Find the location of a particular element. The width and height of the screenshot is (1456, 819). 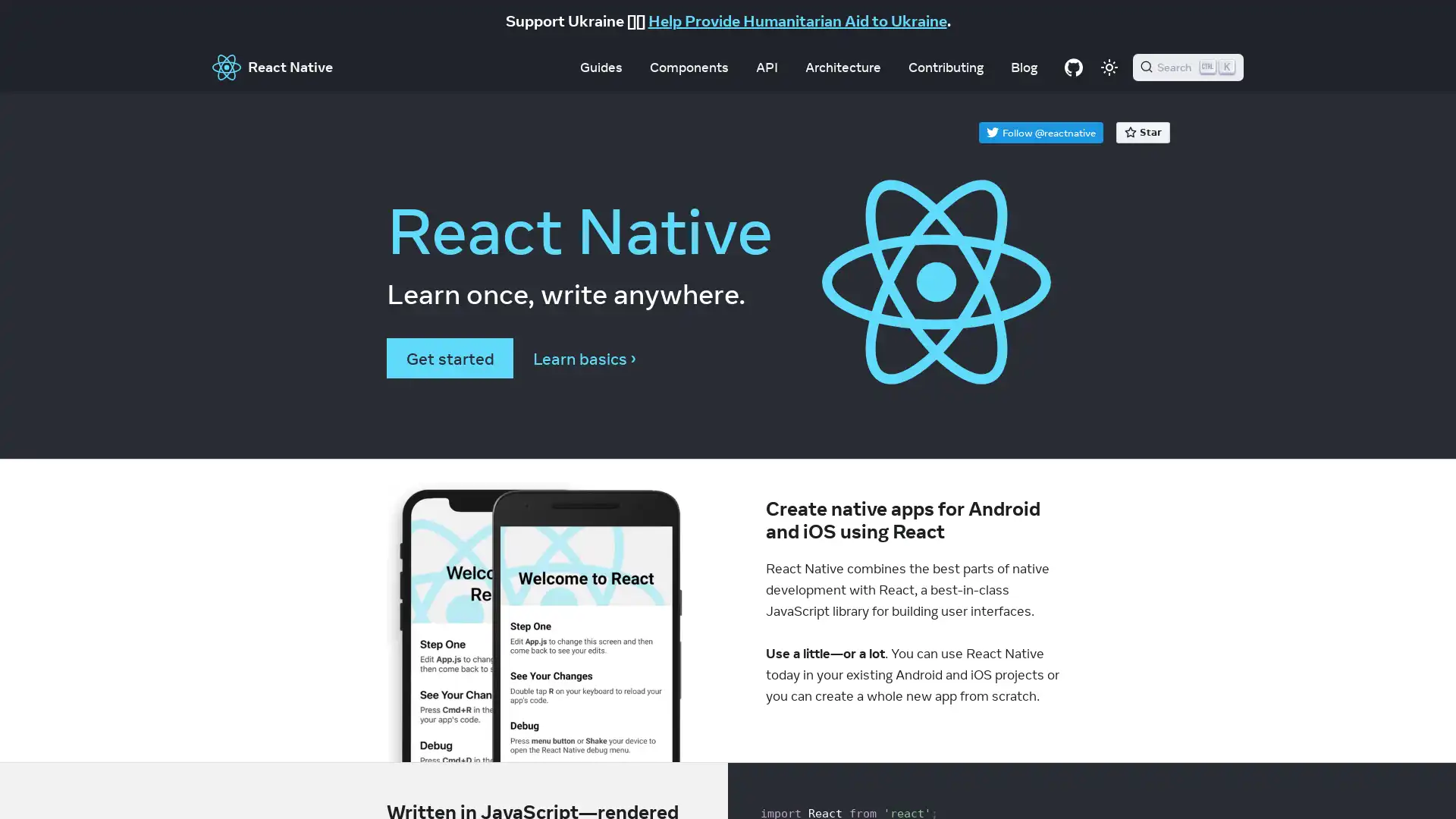

Copy code to clipboard is located at coordinates (1048, 782).